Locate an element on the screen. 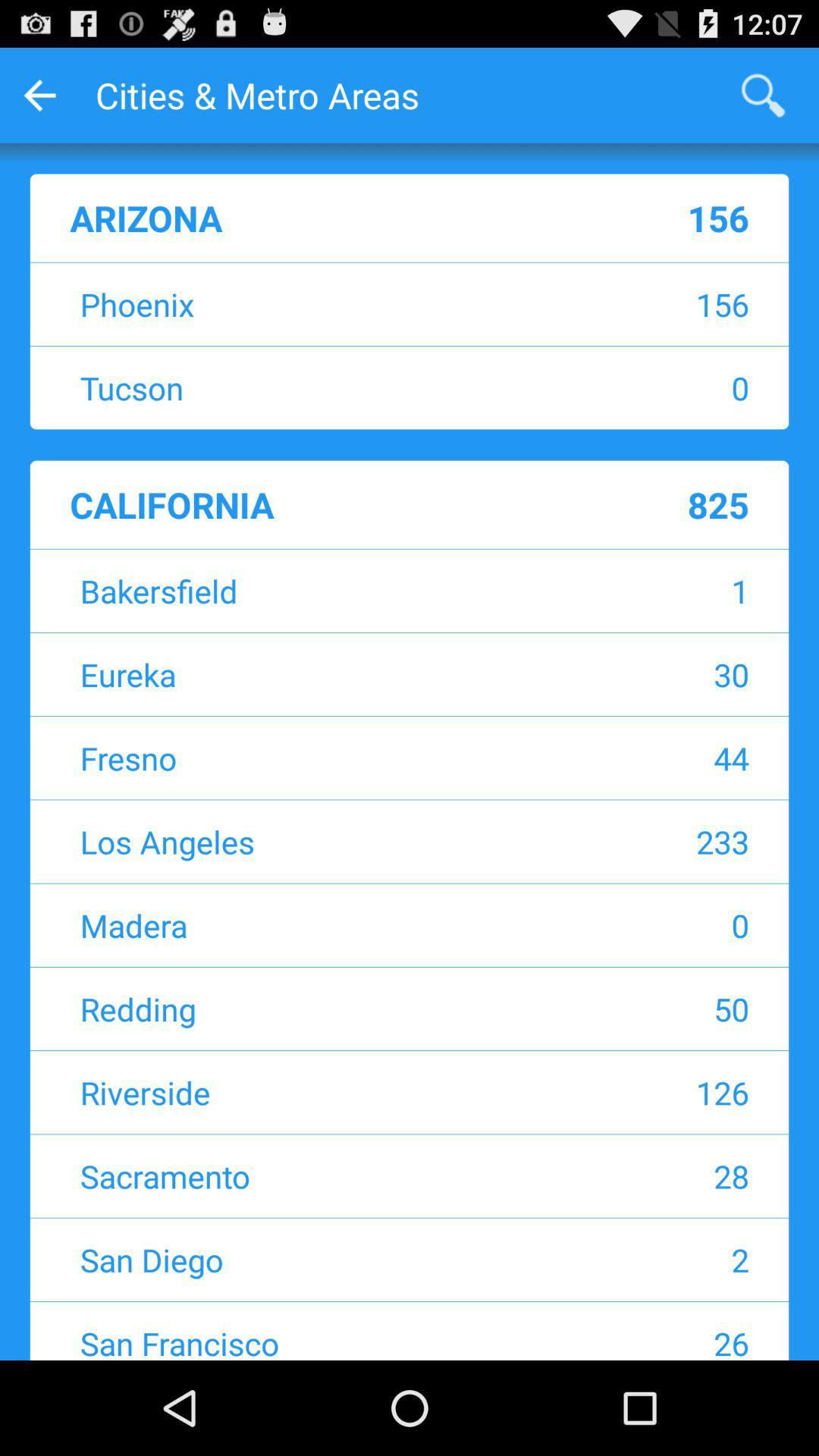  the icon to the right of the california item is located at coordinates (648, 504).